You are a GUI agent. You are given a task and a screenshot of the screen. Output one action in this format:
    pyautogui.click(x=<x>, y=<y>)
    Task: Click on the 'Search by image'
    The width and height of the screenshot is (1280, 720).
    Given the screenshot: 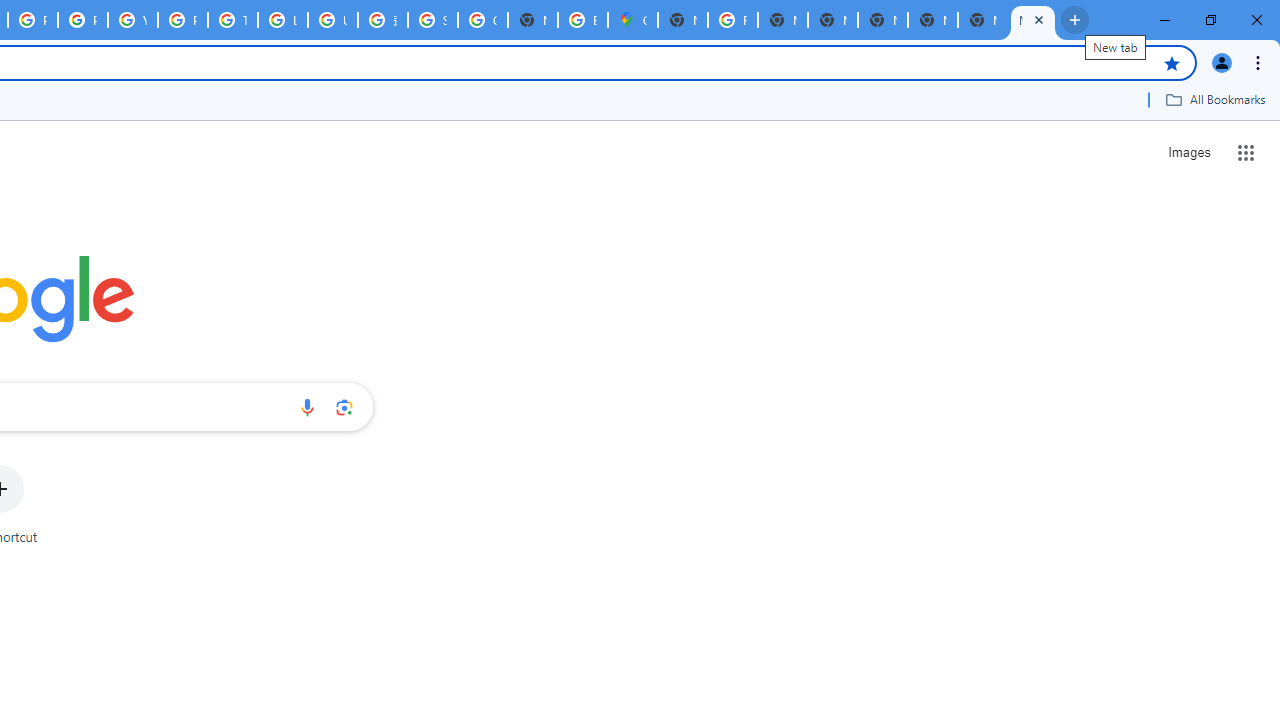 What is the action you would take?
    pyautogui.click(x=344, y=406)
    